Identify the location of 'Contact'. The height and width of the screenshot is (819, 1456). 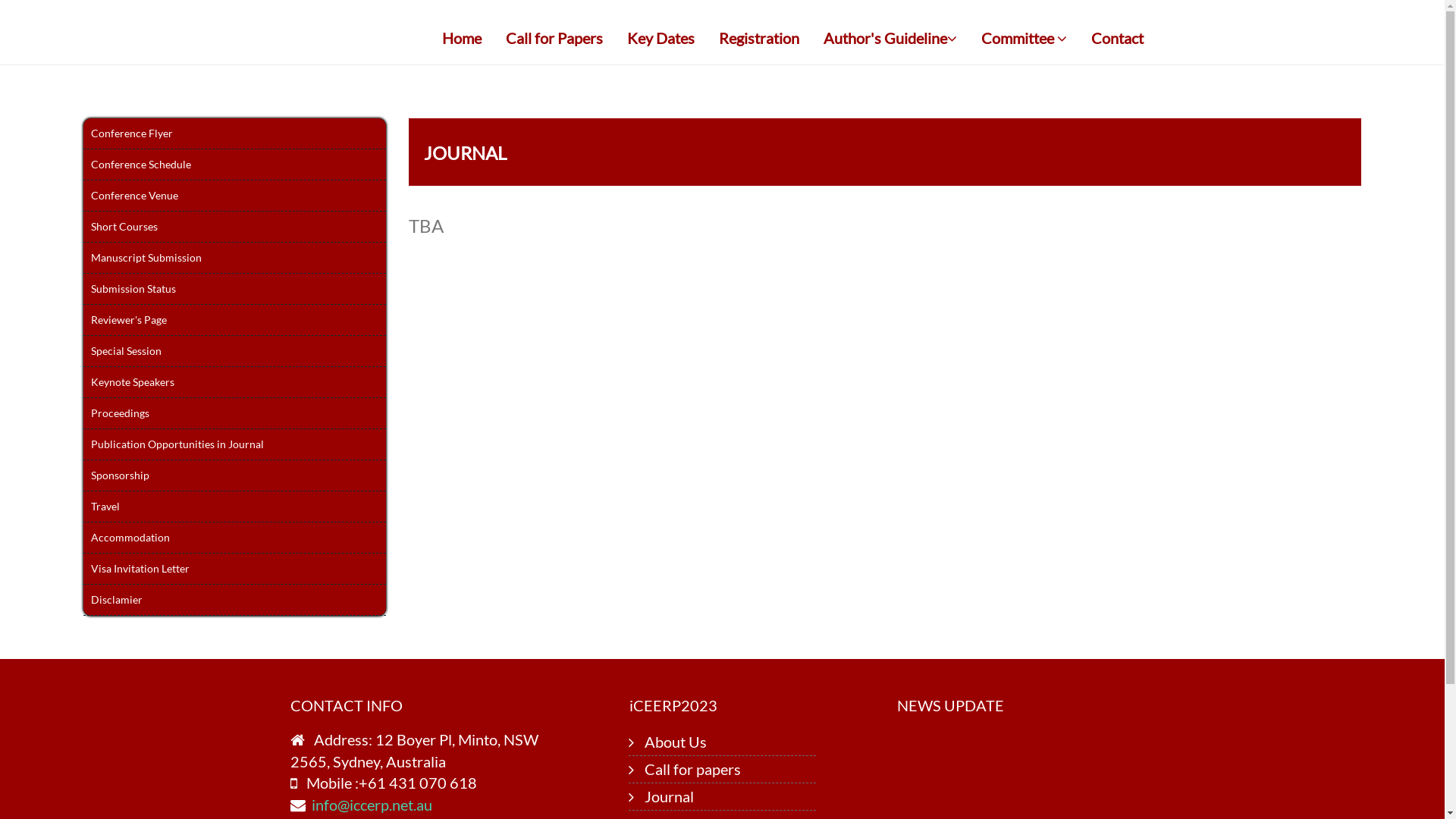
(1117, 37).